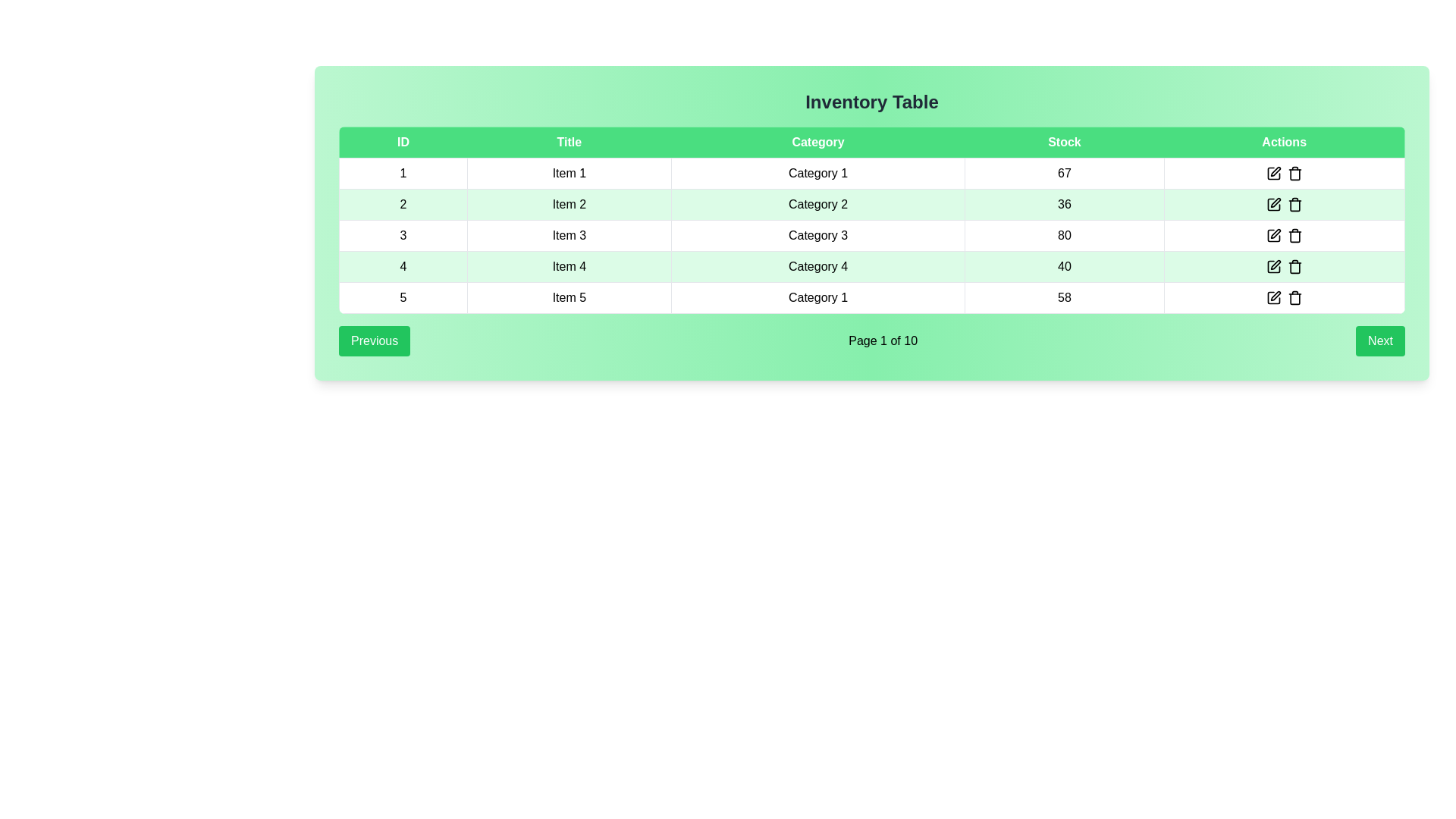 The height and width of the screenshot is (819, 1456). What do you see at coordinates (1284, 298) in the screenshot?
I see `the composite element consisting of two buttons represented as icons, which include a pencil icon for editing and a trash bin icon for deletion` at bounding box center [1284, 298].